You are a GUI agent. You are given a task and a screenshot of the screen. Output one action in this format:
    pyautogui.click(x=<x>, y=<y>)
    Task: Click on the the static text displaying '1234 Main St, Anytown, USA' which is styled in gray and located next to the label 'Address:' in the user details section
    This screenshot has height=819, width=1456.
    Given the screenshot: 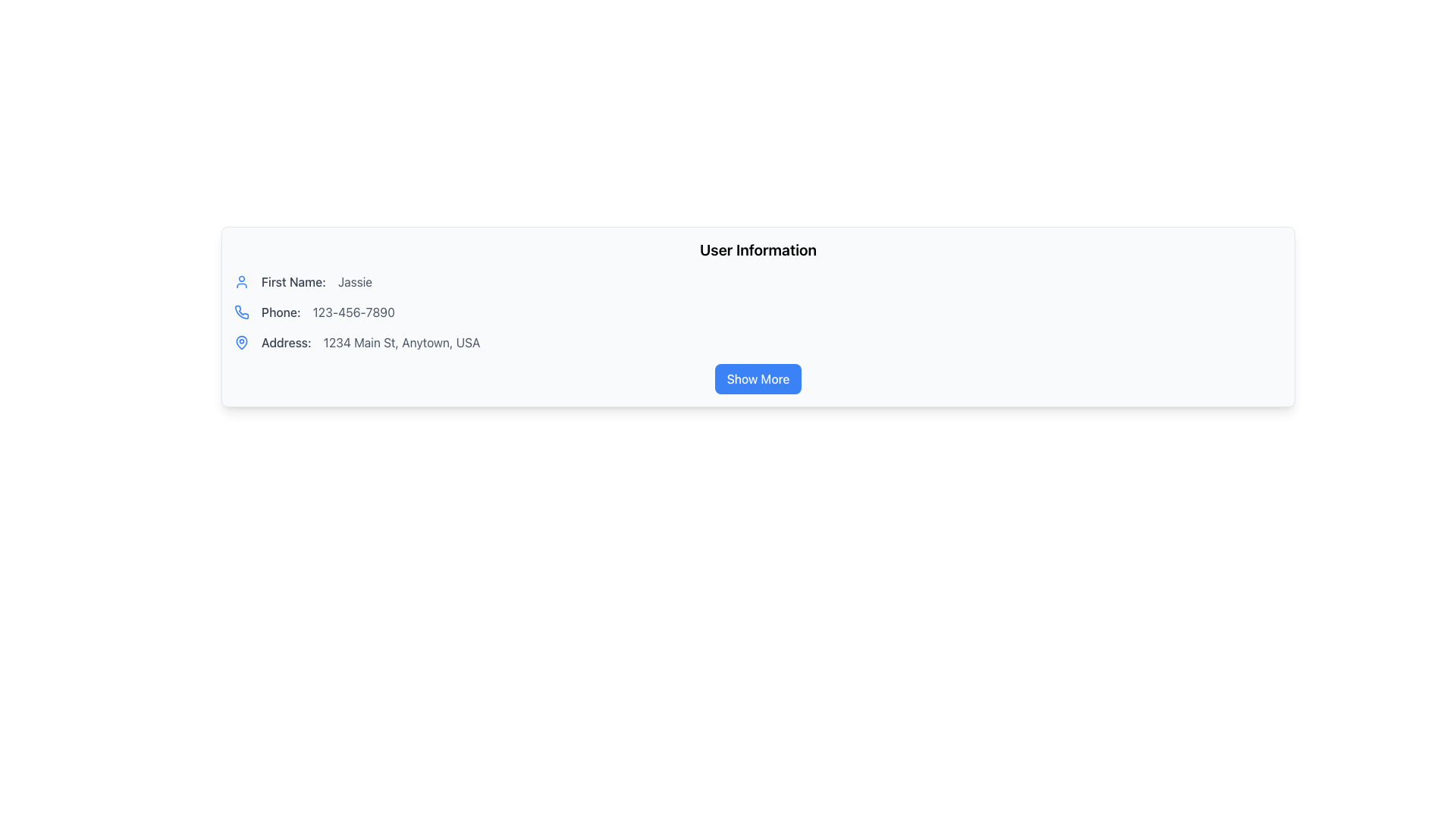 What is the action you would take?
    pyautogui.click(x=402, y=342)
    